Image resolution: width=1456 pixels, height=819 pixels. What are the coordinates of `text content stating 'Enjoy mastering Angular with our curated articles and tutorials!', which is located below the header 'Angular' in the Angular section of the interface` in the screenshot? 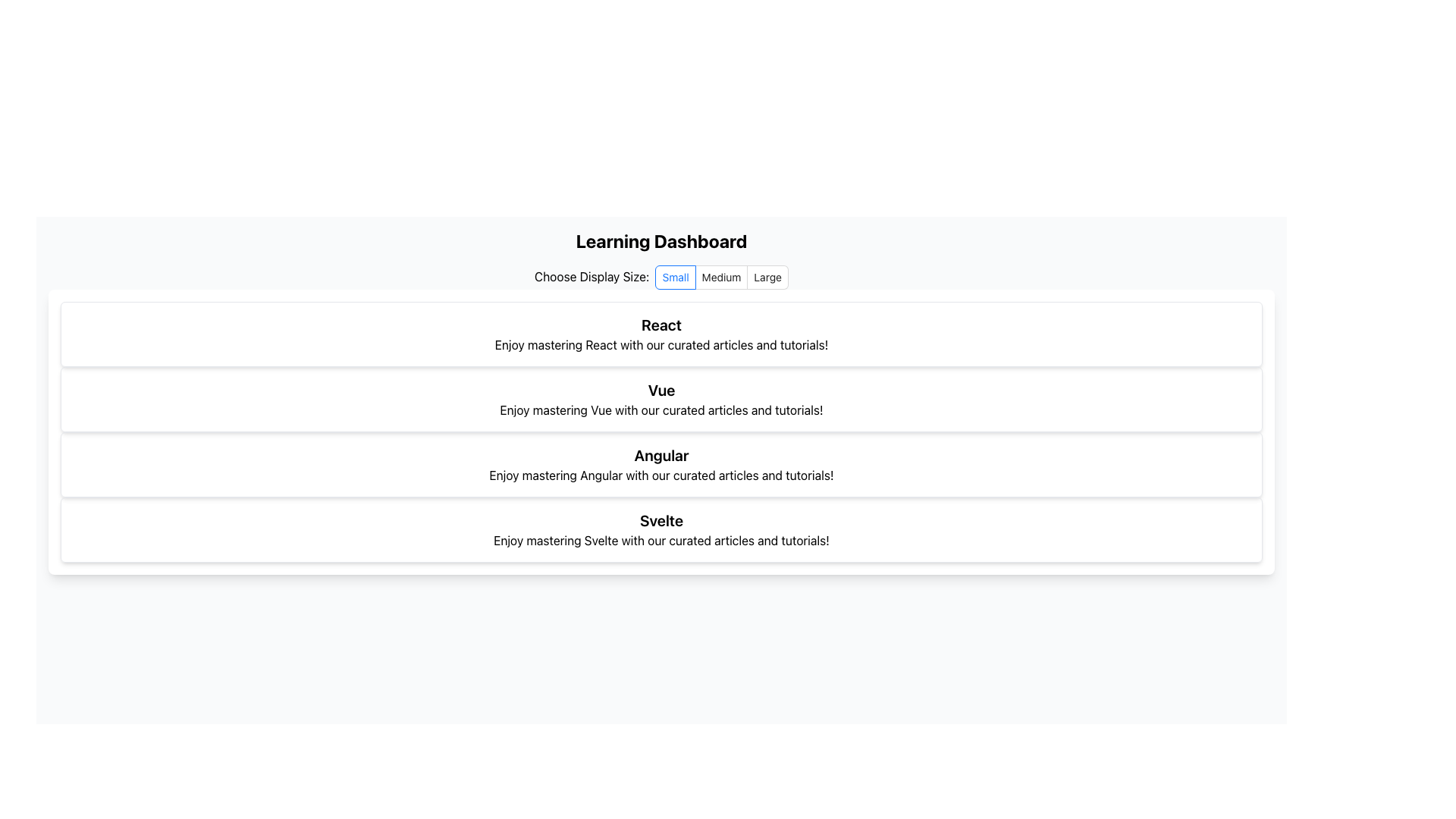 It's located at (661, 475).